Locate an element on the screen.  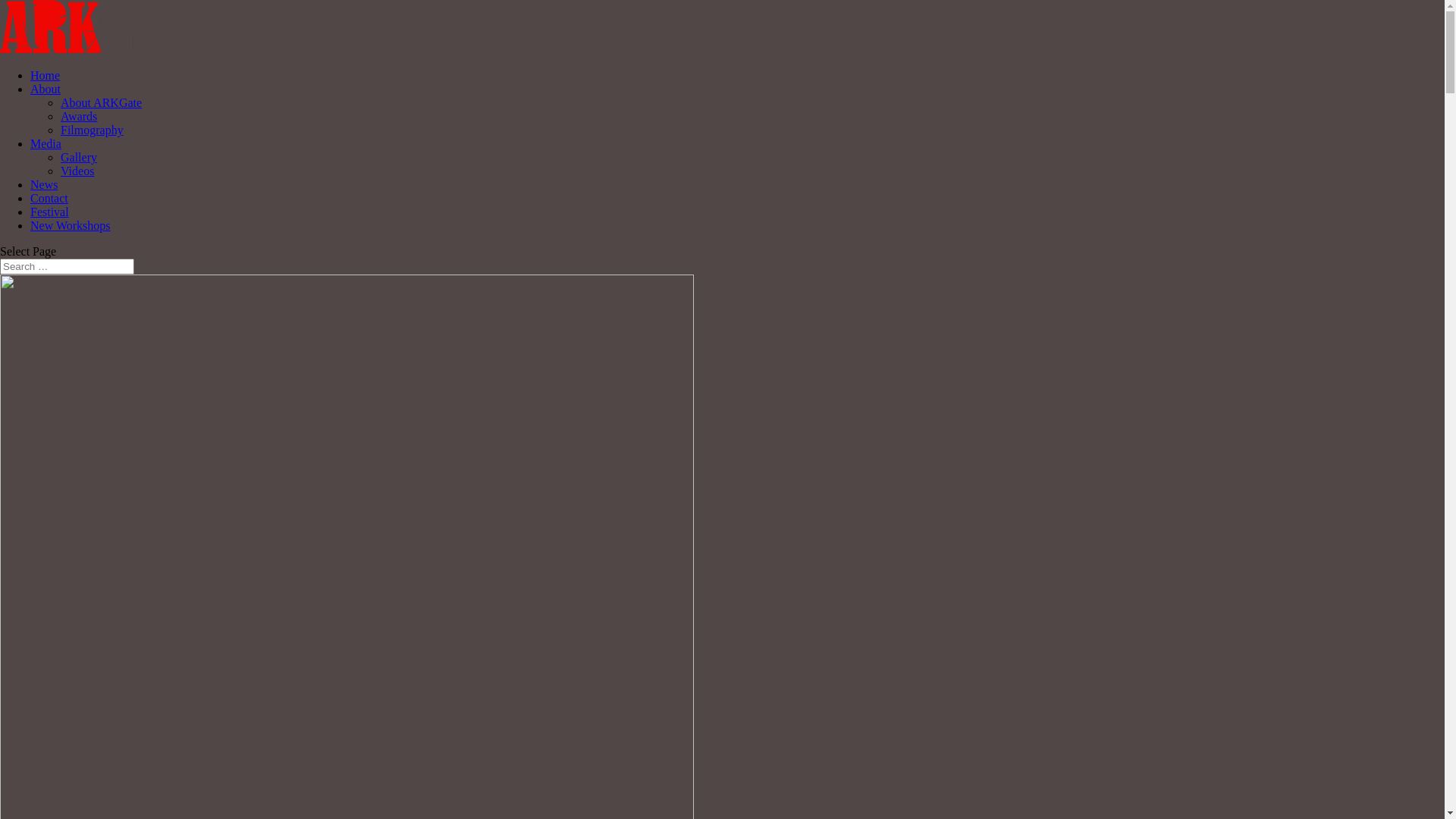
'Search for:' is located at coordinates (66, 265).